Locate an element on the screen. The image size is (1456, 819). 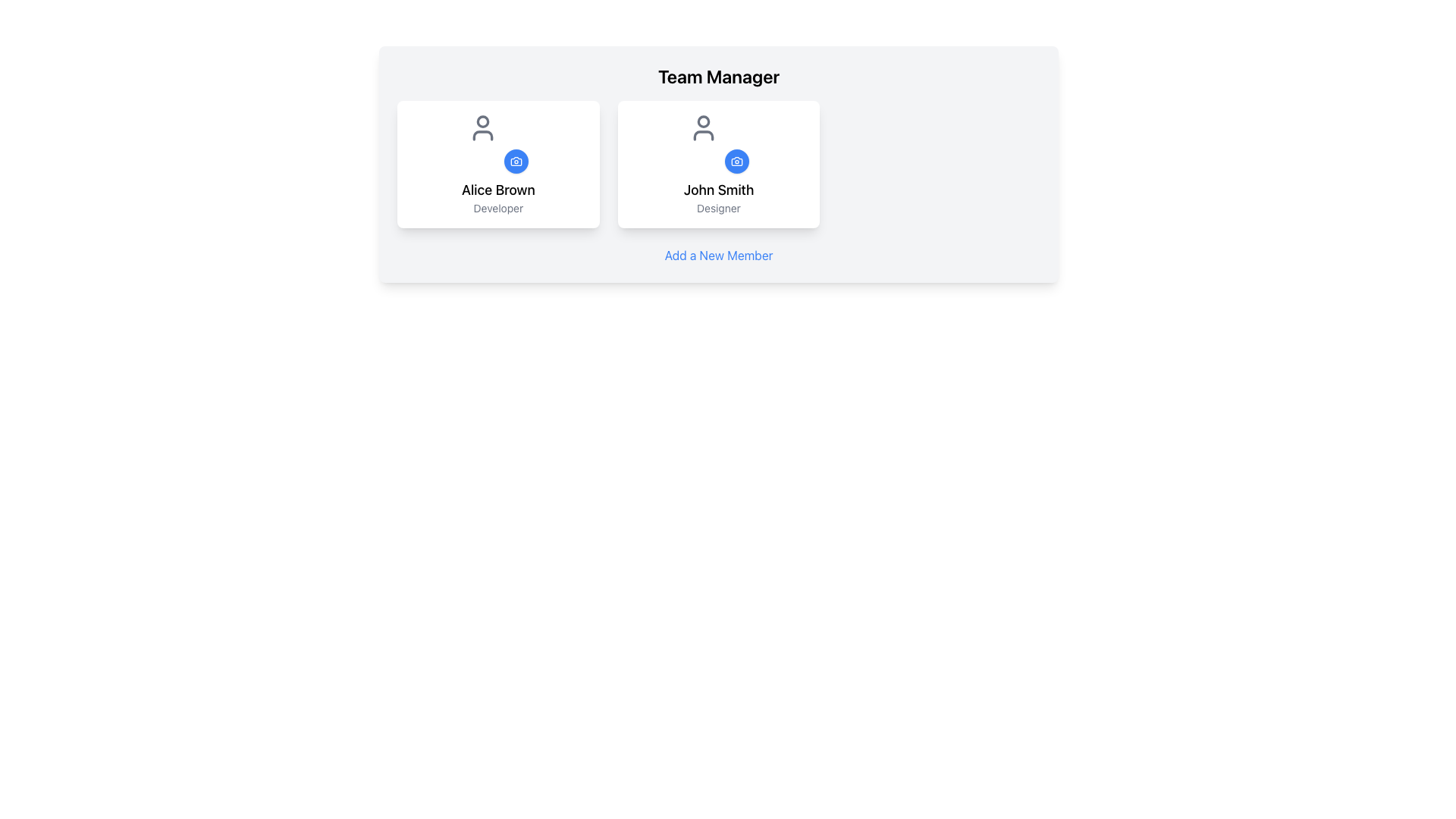
the button located at the bottom-right corner of the 'John Smith' profile card is located at coordinates (736, 161).